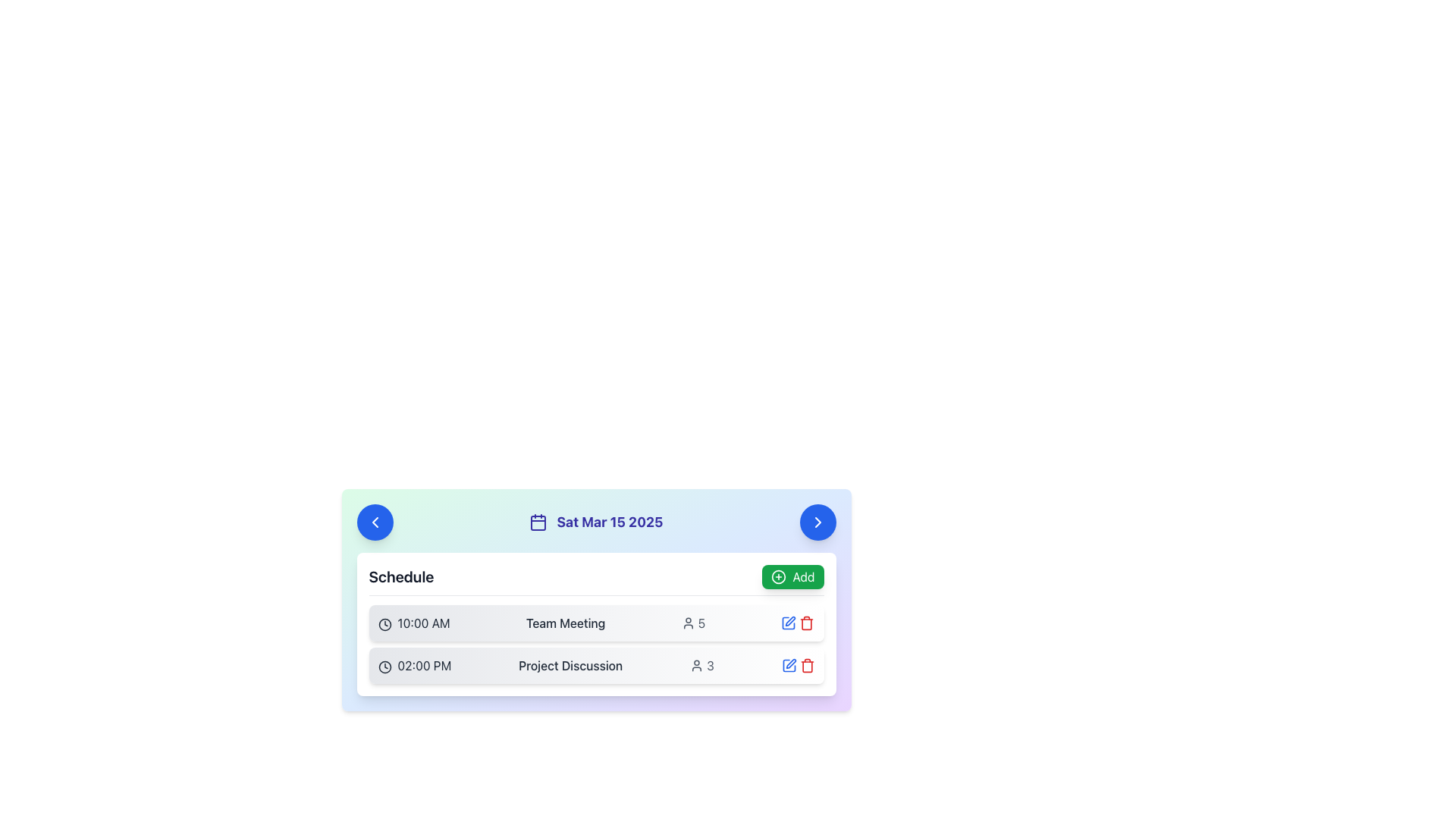 This screenshot has width=1456, height=819. Describe the element at coordinates (384, 666) in the screenshot. I see `the clock icon located to the left of the text '02:00 PM' in the second row of the schedule list component, which serves as a visual cue for the schedule entry` at that location.